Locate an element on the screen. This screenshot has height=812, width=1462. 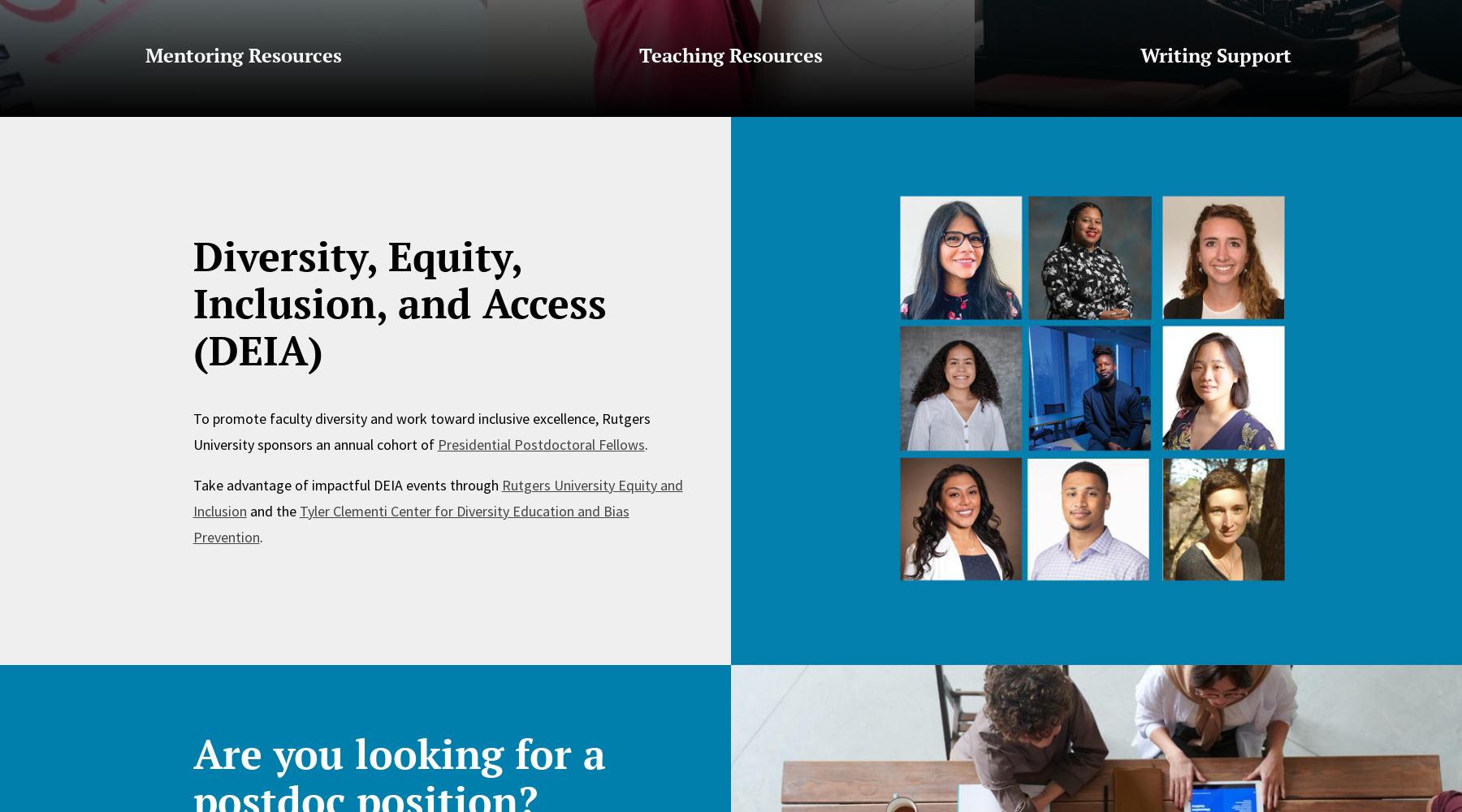
'Writing Support' is located at coordinates (1218, 54).